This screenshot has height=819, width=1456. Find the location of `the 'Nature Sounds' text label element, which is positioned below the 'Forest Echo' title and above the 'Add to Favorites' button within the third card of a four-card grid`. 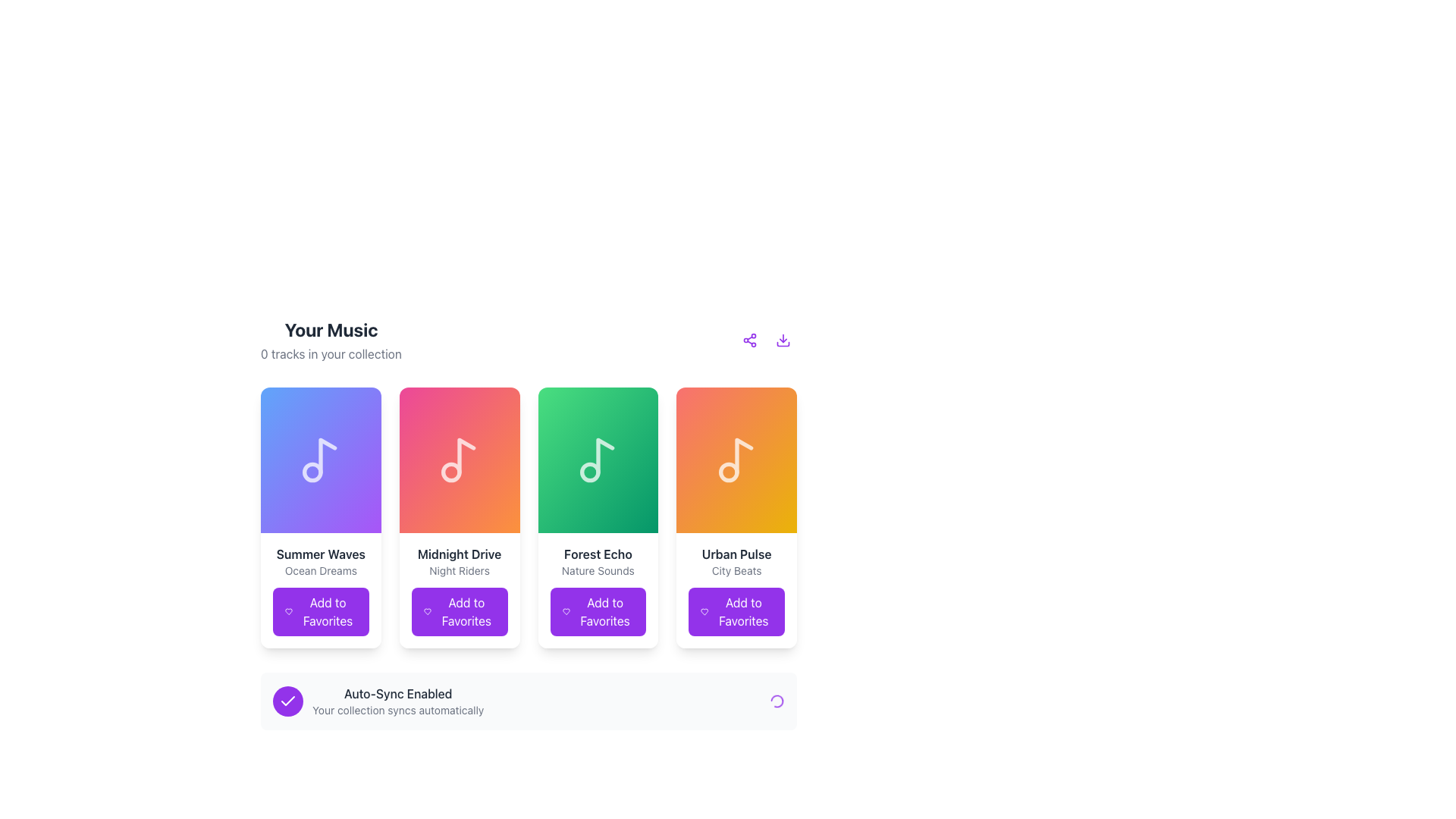

the 'Nature Sounds' text label element, which is positioned below the 'Forest Echo' title and above the 'Add to Favorites' button within the third card of a four-card grid is located at coordinates (597, 570).